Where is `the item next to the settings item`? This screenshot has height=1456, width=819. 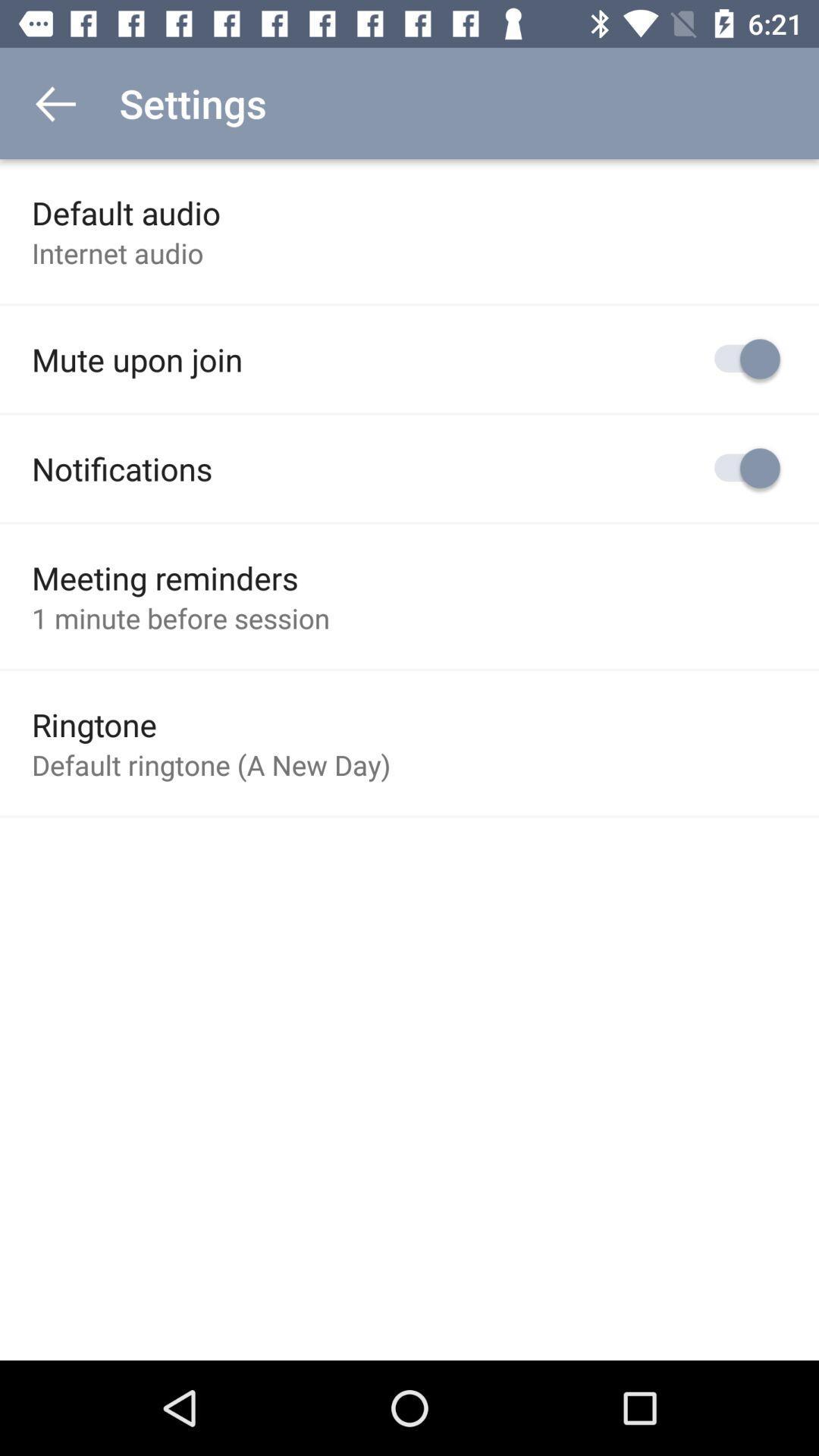 the item next to the settings item is located at coordinates (55, 102).